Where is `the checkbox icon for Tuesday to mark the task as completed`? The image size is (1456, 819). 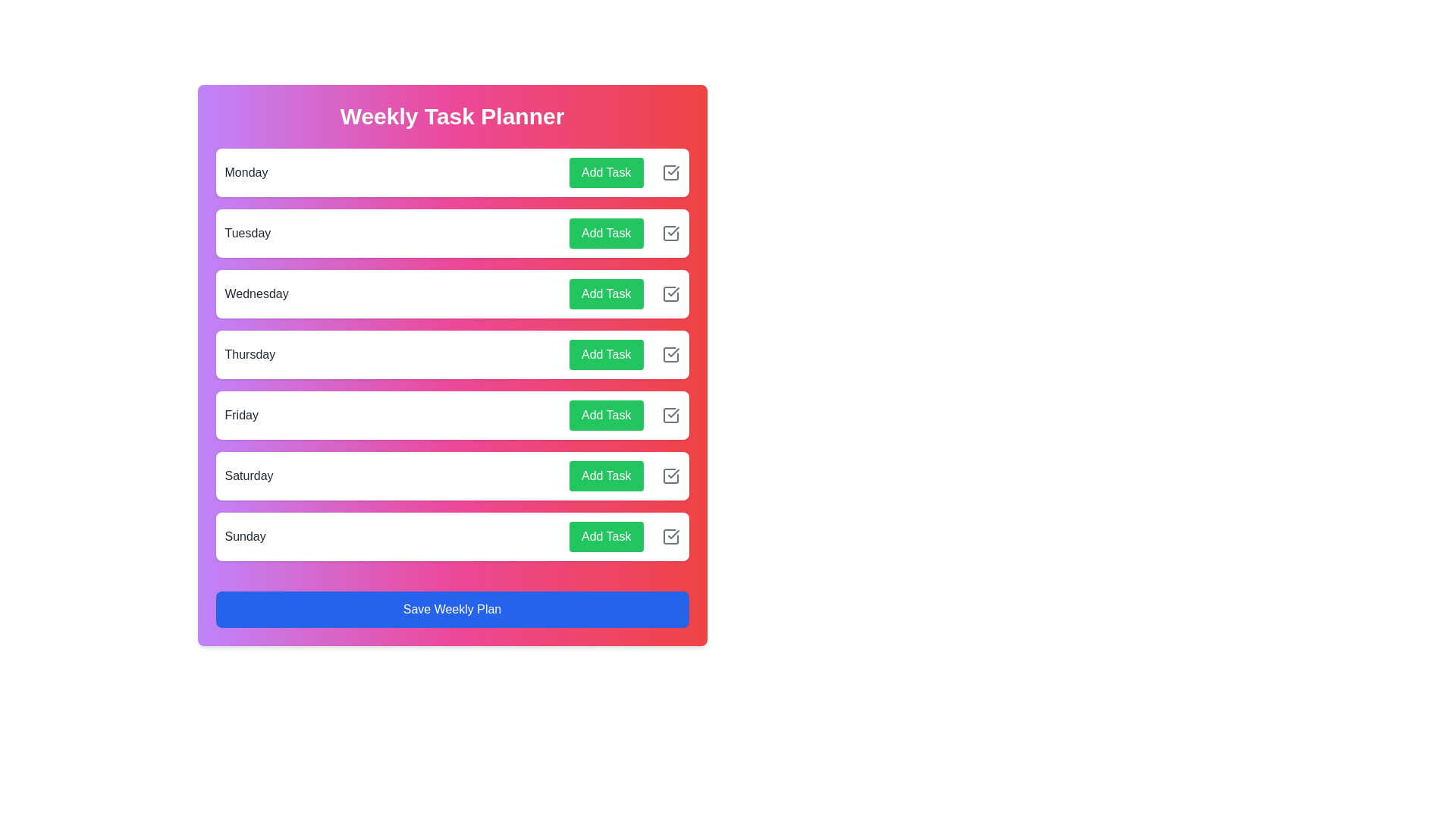
the checkbox icon for Tuesday to mark the task as completed is located at coordinates (670, 234).